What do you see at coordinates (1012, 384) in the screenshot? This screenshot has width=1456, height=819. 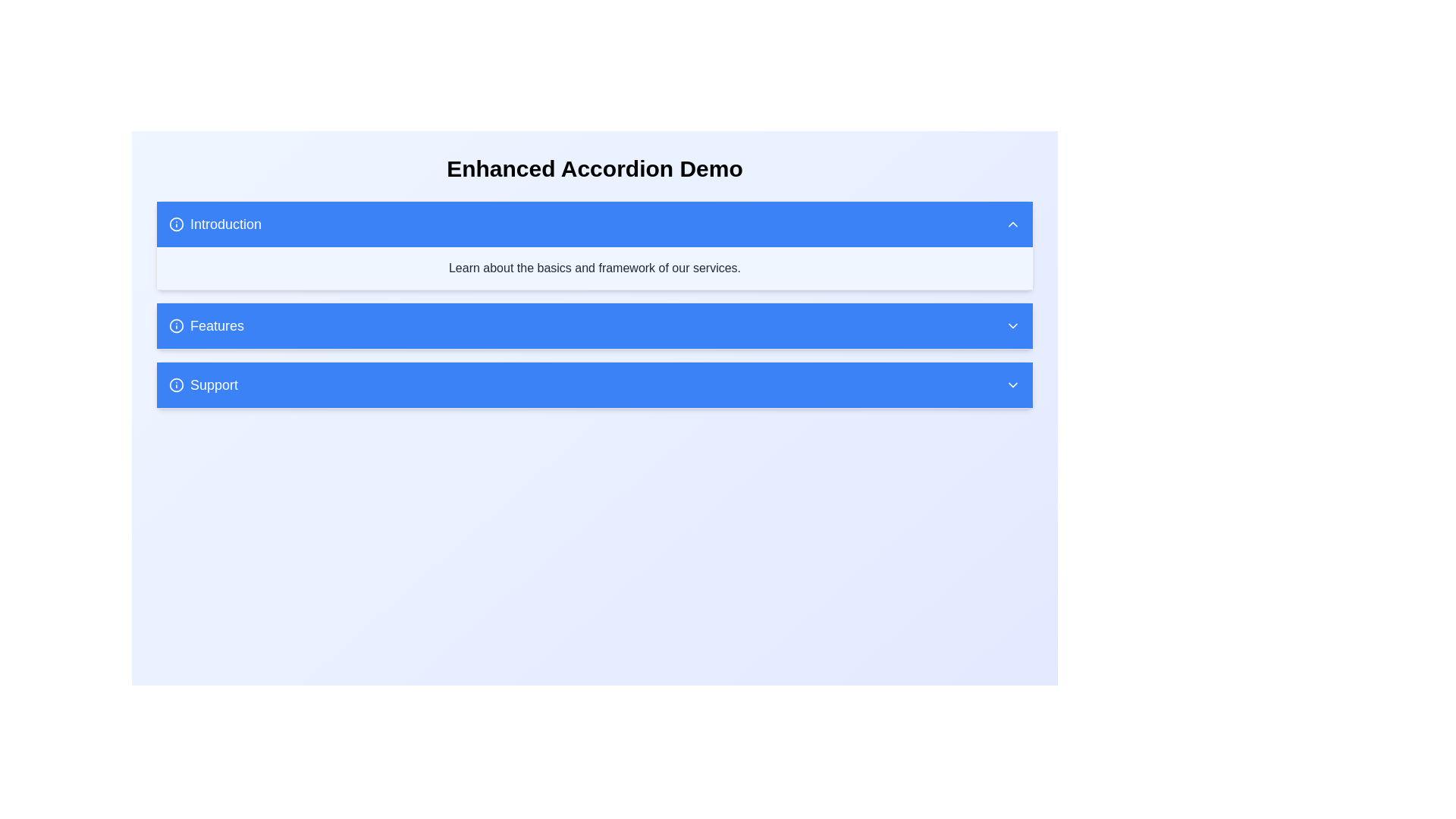 I see `the Dropdown indicator icon located to the right of the 'Support' button to potentially see a tooltip` at bounding box center [1012, 384].